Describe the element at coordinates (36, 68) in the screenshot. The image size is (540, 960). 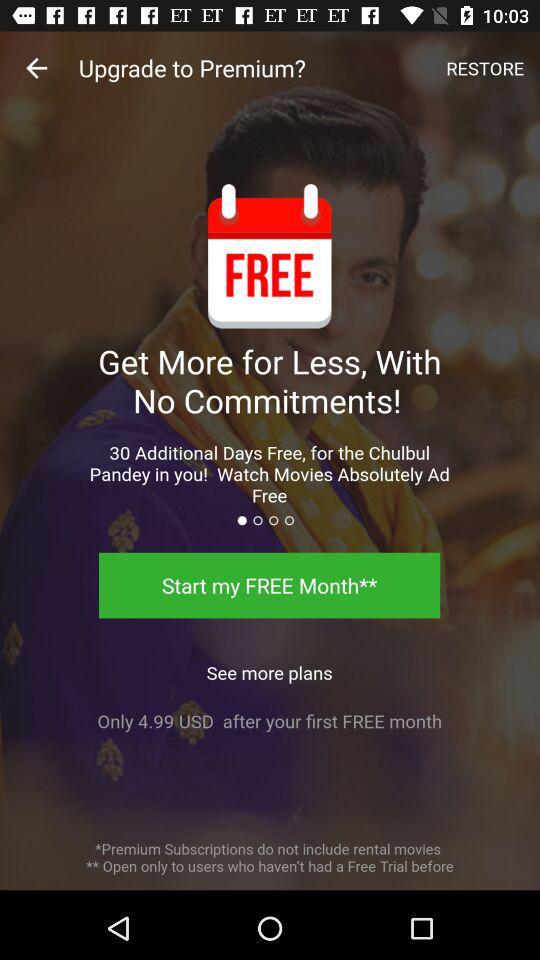
I see `the app to the left of the upgrade to premium? app` at that location.